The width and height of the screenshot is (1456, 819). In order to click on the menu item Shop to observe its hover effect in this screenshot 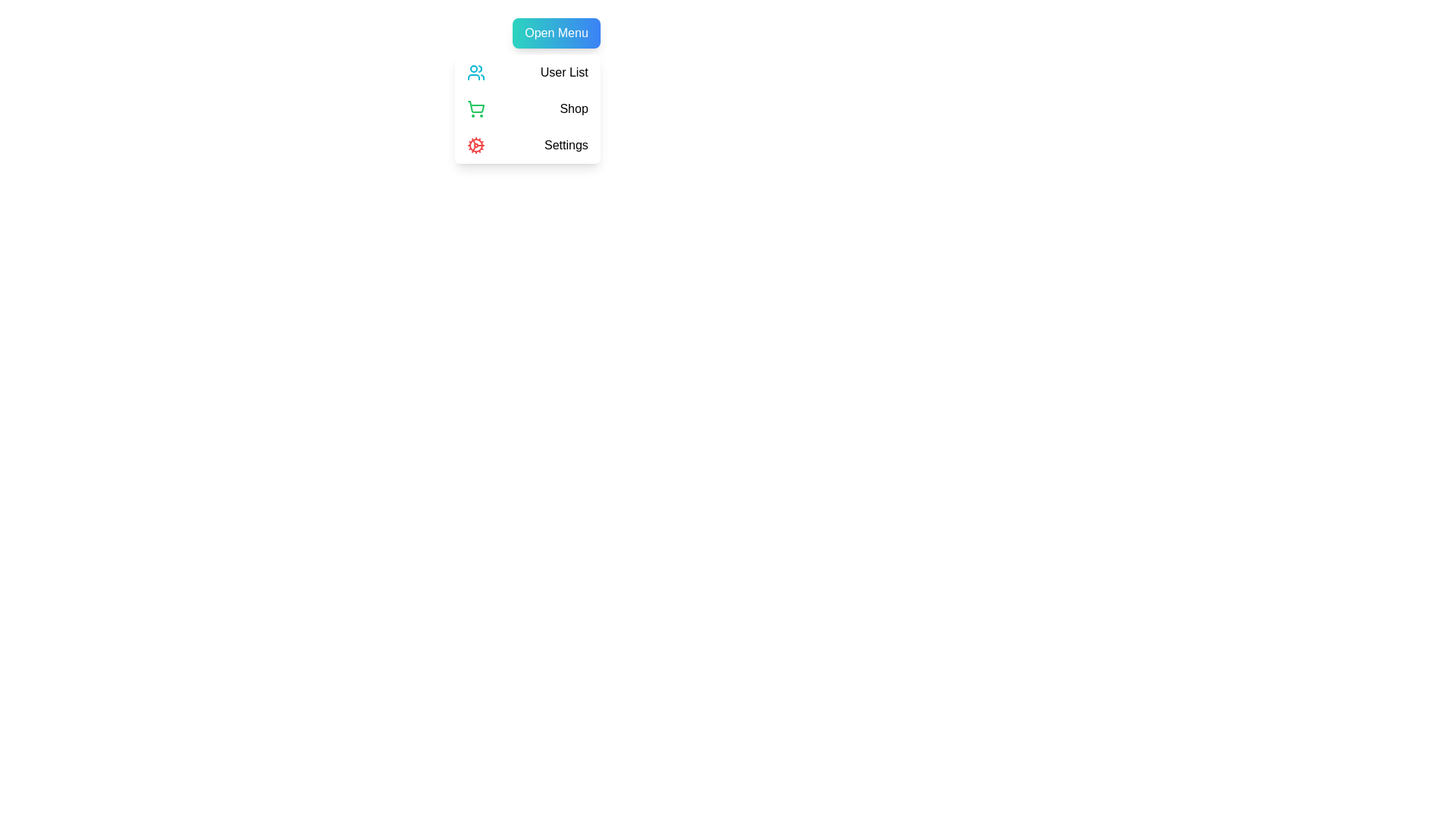, I will do `click(527, 108)`.